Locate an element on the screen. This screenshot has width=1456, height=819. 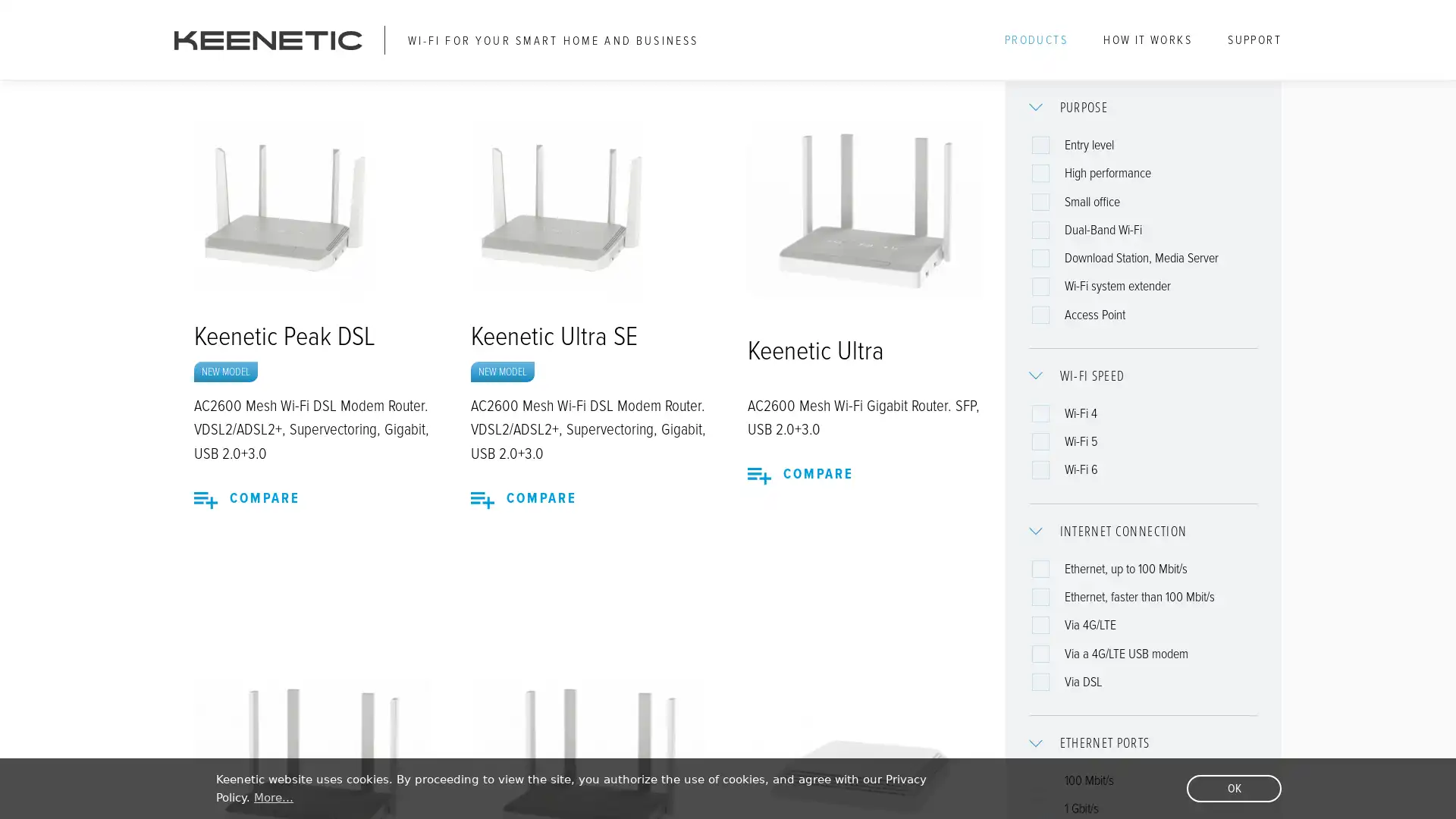
learn more about cookies is located at coordinates (273, 797).